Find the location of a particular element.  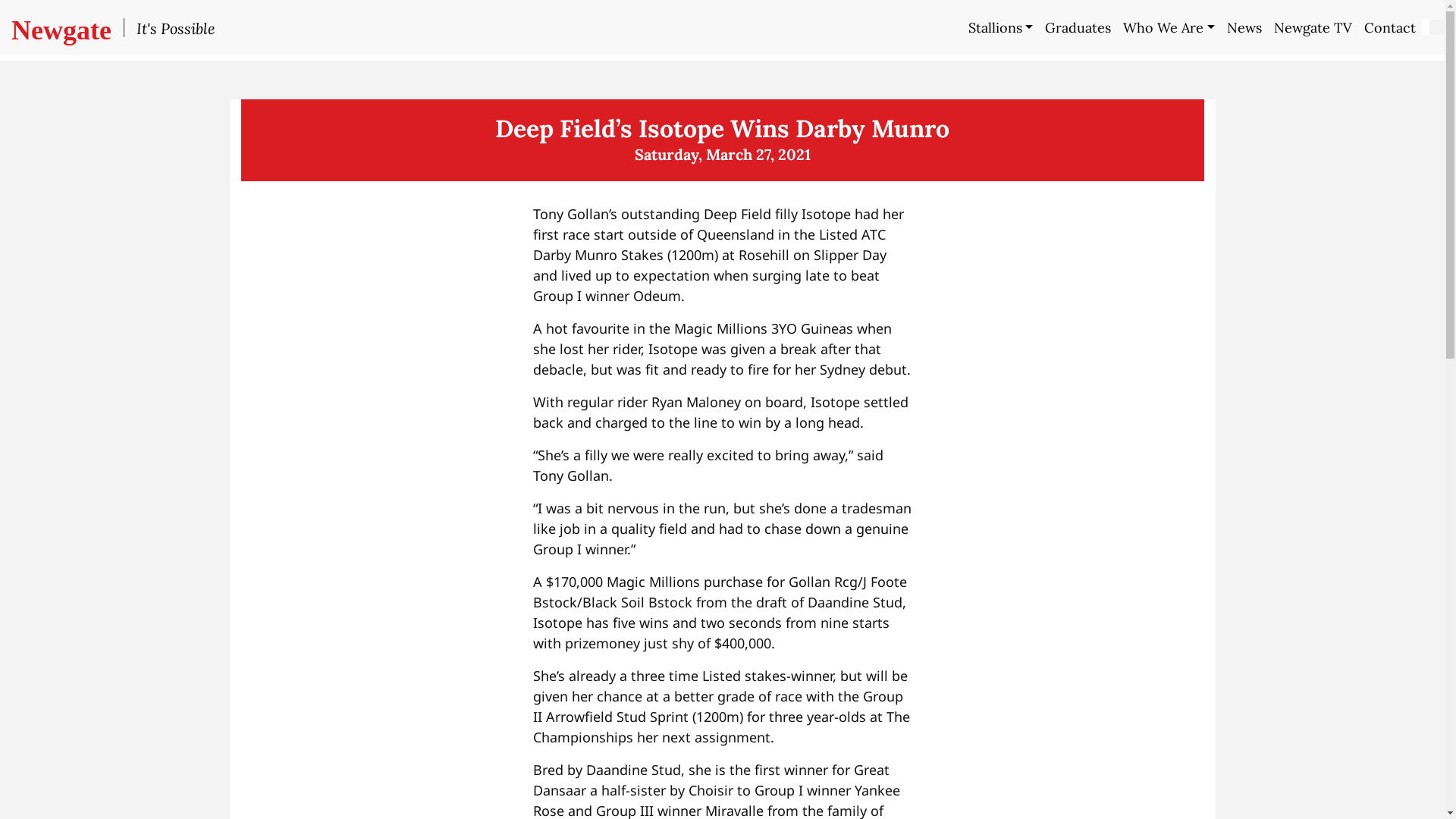

'News' is located at coordinates (1244, 27).